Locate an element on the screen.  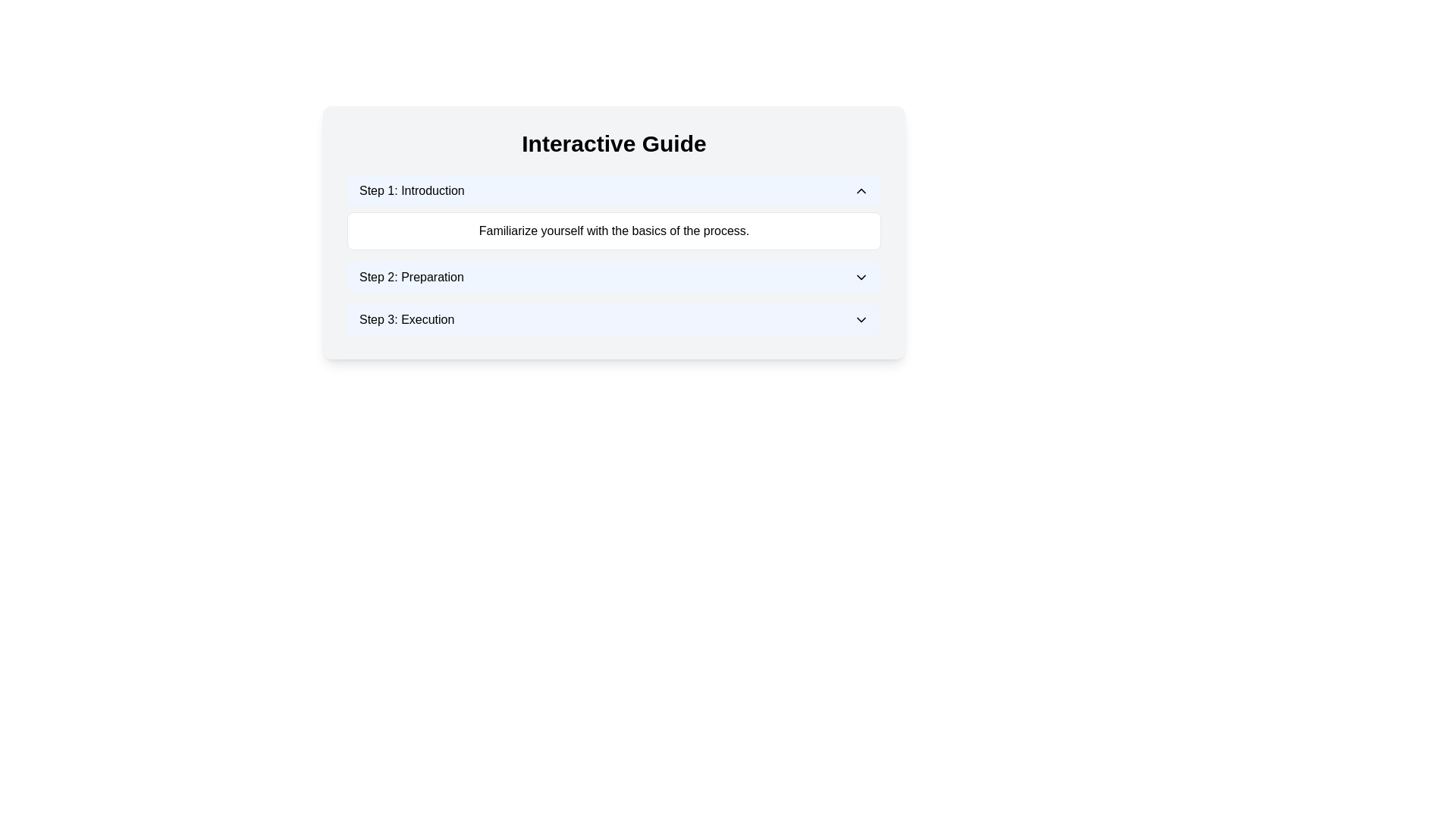
text label 'Step 2: Preparation' which is prominently displayed in bold on a light blue background, indicating it is part of a list of steps is located at coordinates (411, 278).